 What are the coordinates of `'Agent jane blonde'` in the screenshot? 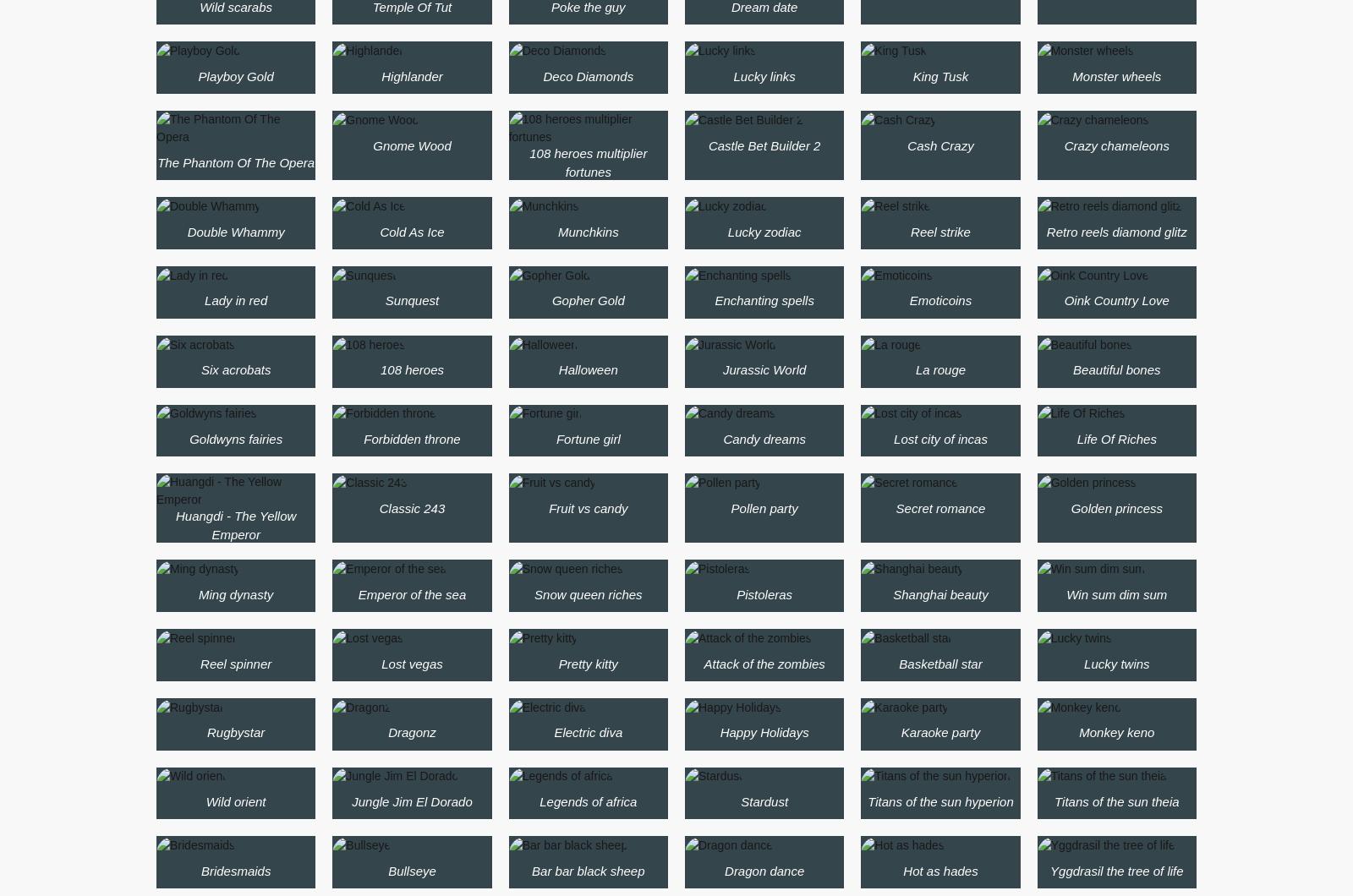 It's located at (360, 8).